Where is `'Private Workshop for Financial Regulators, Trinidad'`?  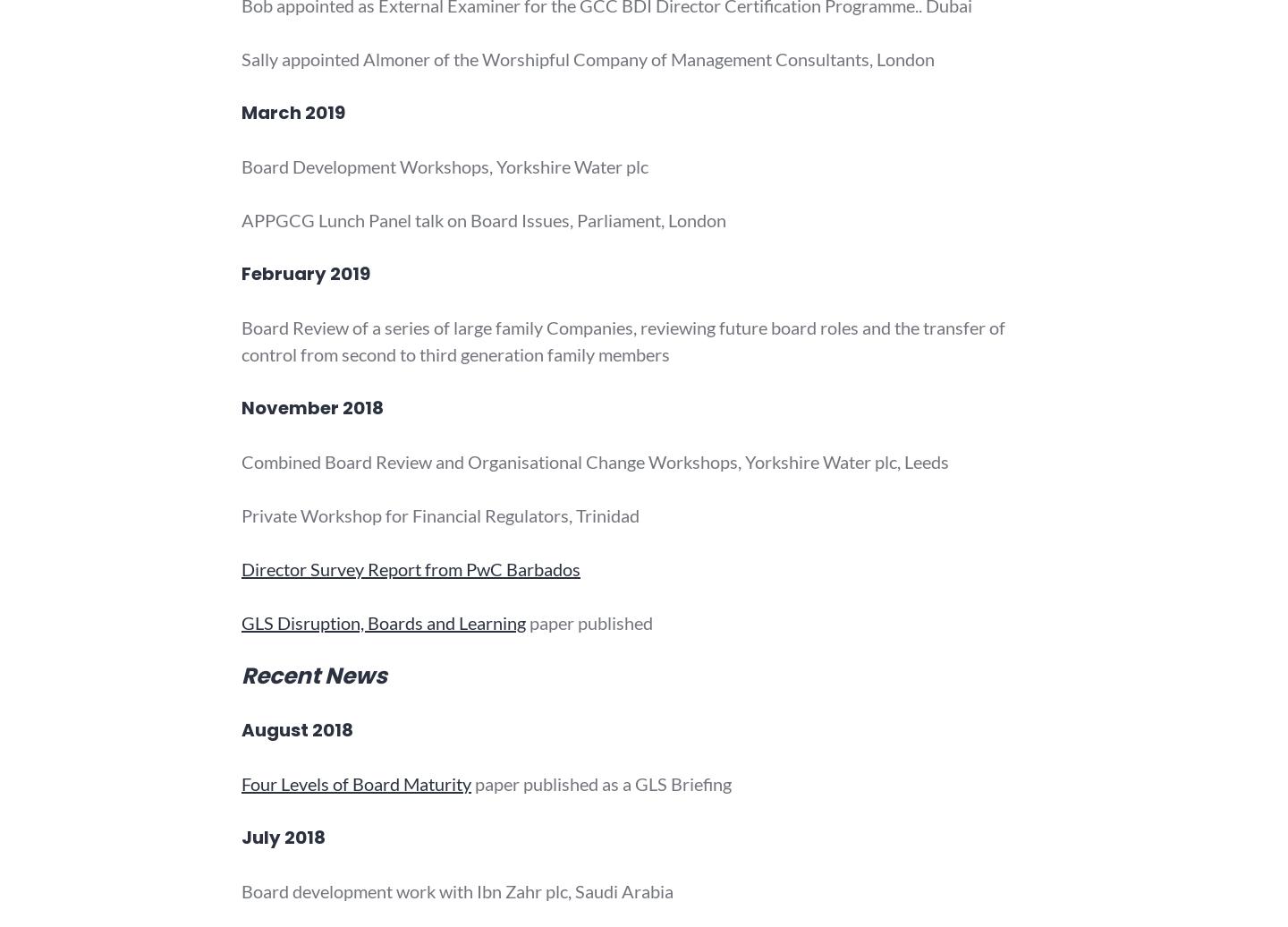 'Private Workshop for Financial Regulators, Trinidad' is located at coordinates (439, 515).